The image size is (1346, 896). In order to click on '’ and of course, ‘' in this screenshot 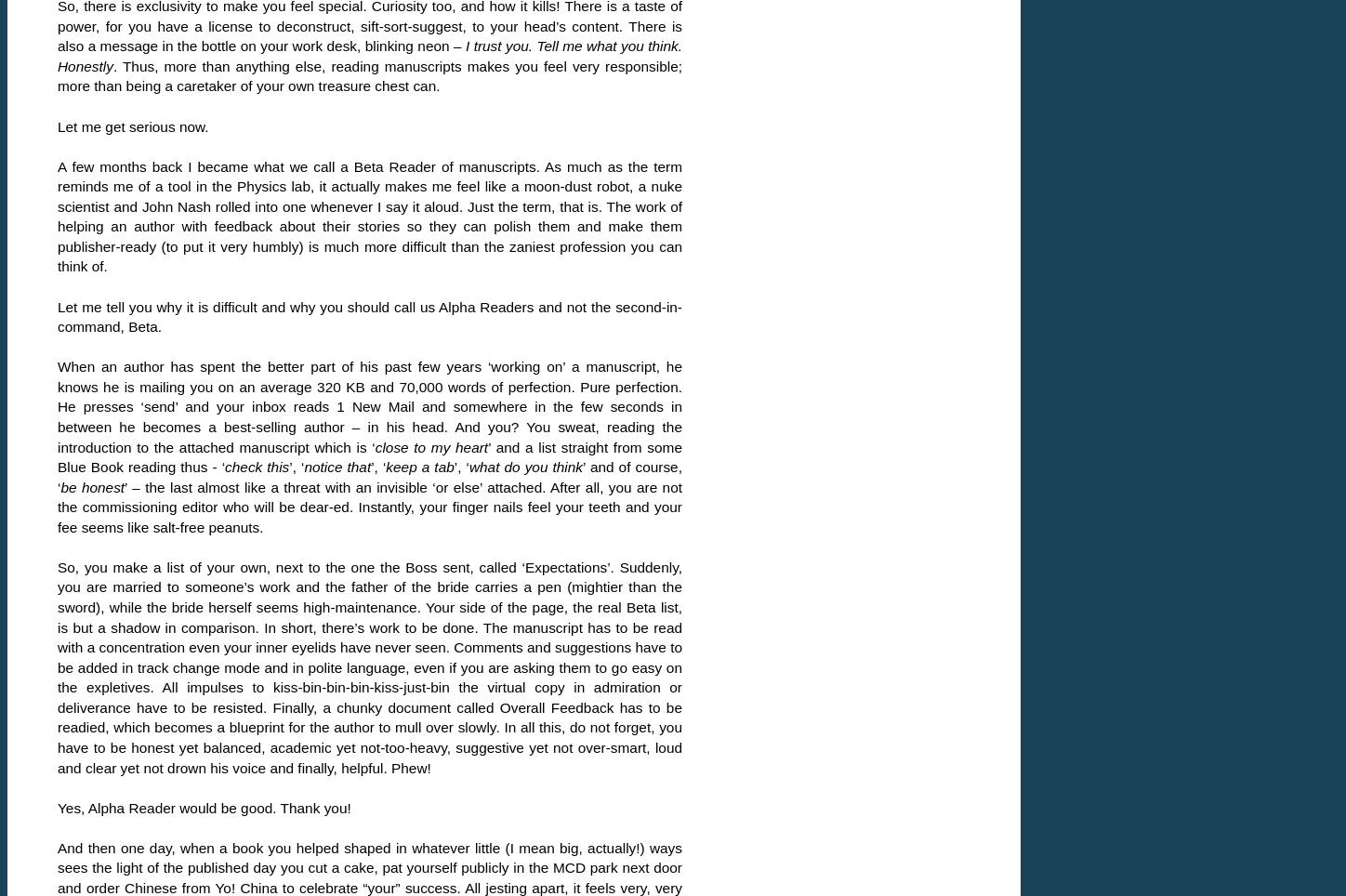, I will do `click(369, 476)`.